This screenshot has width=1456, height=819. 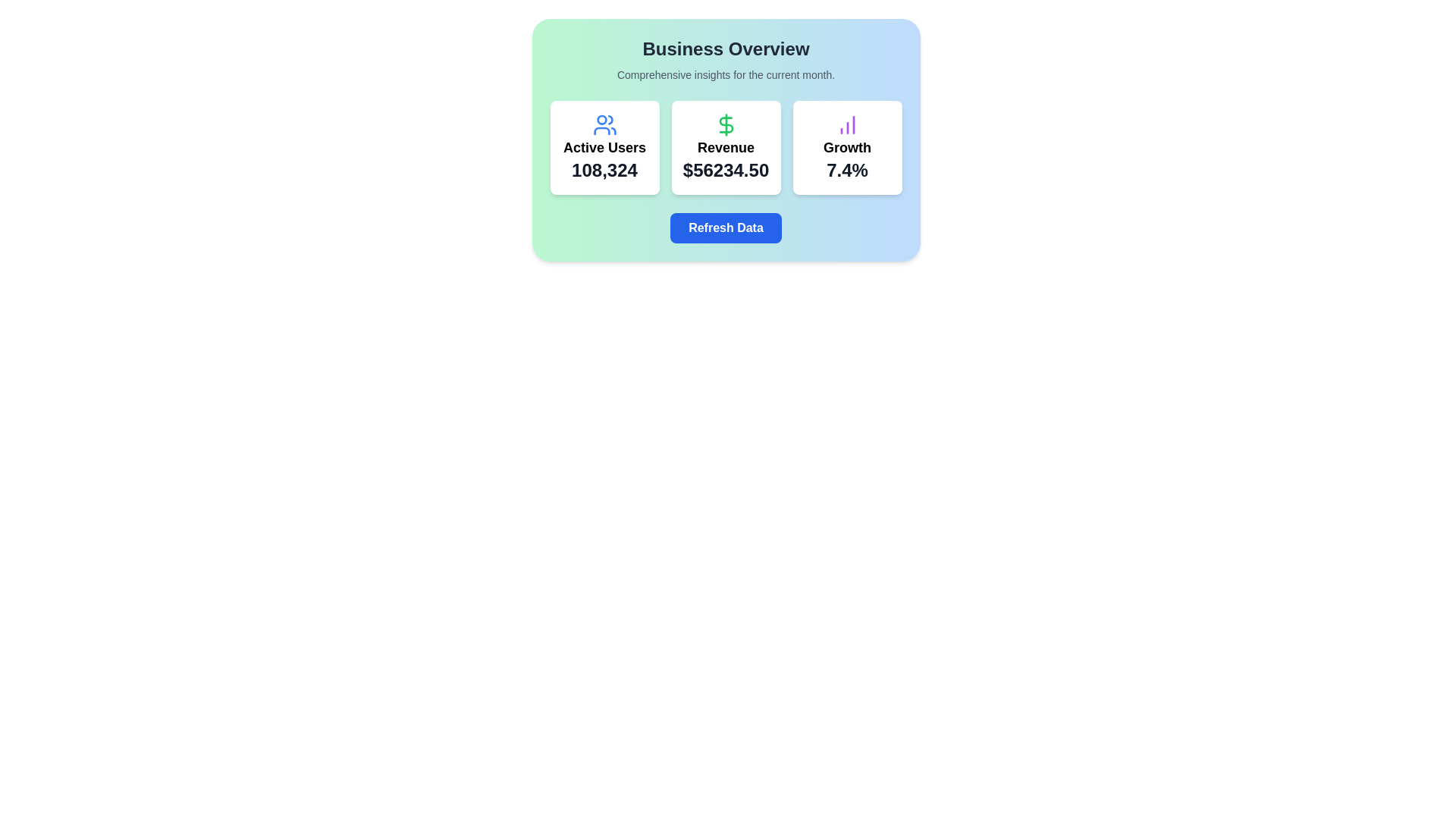 I want to click on the icon at the top of the 'Growth' card, which visually communicates growth statistics and is aligned above the text 'Growth' and the percentage value '7.4%, so click(x=846, y=124).